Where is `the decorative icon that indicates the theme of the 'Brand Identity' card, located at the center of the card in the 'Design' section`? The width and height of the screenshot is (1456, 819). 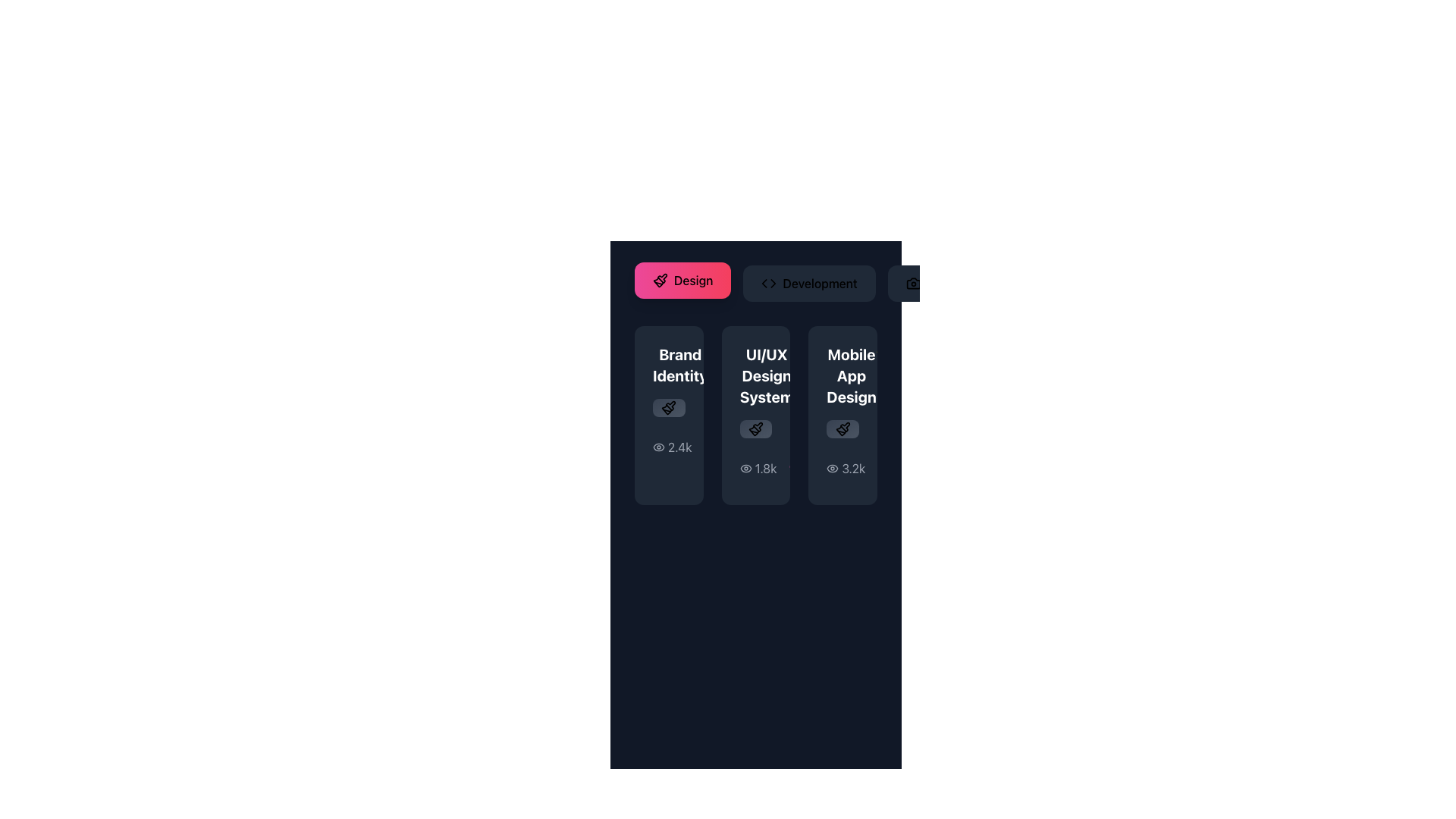 the decorative icon that indicates the theme of the 'Brand Identity' card, located at the center of the card in the 'Design' section is located at coordinates (668, 406).